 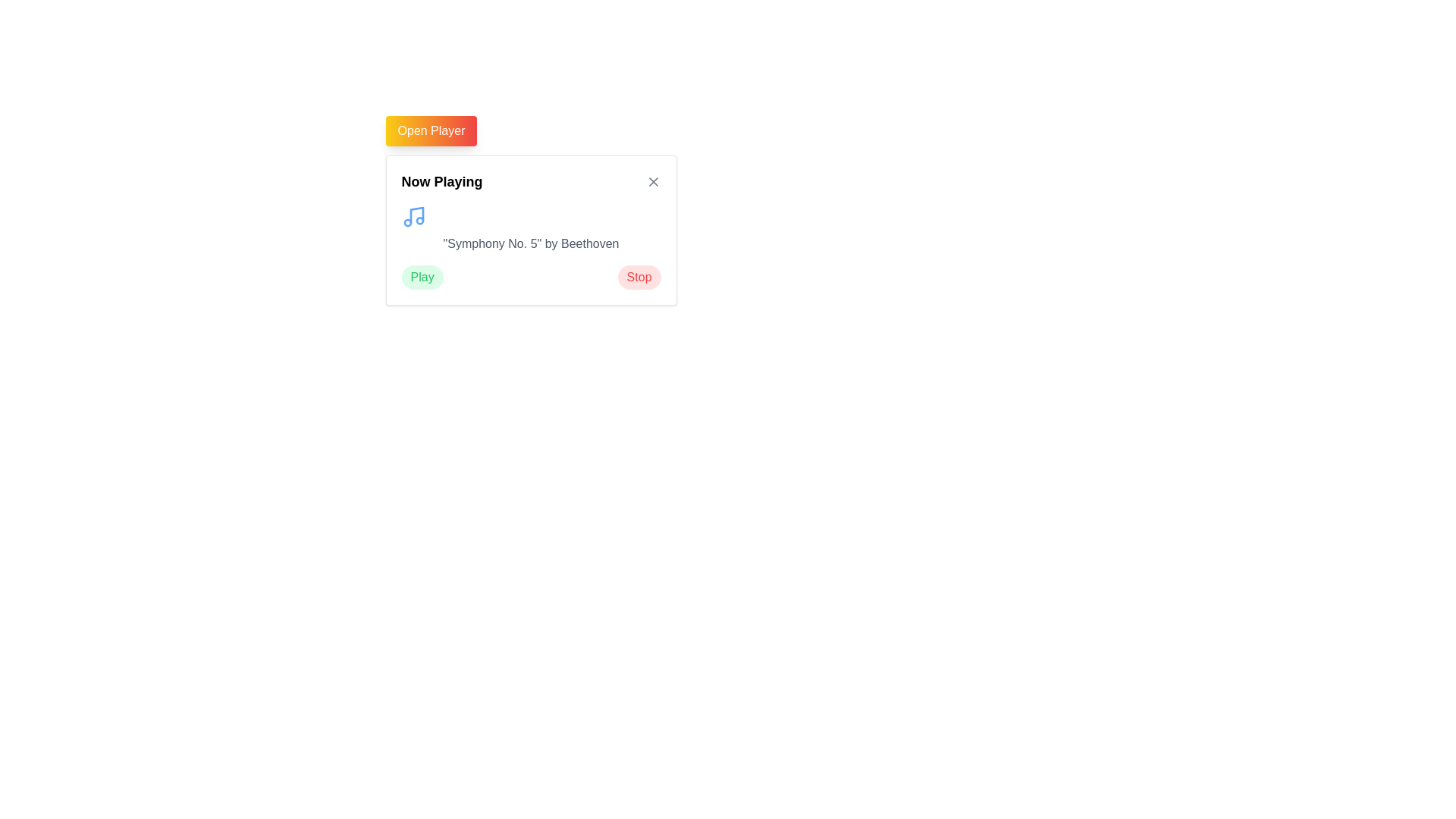 I want to click on the playback button located under the 'Now Playing' heading, so click(x=422, y=278).